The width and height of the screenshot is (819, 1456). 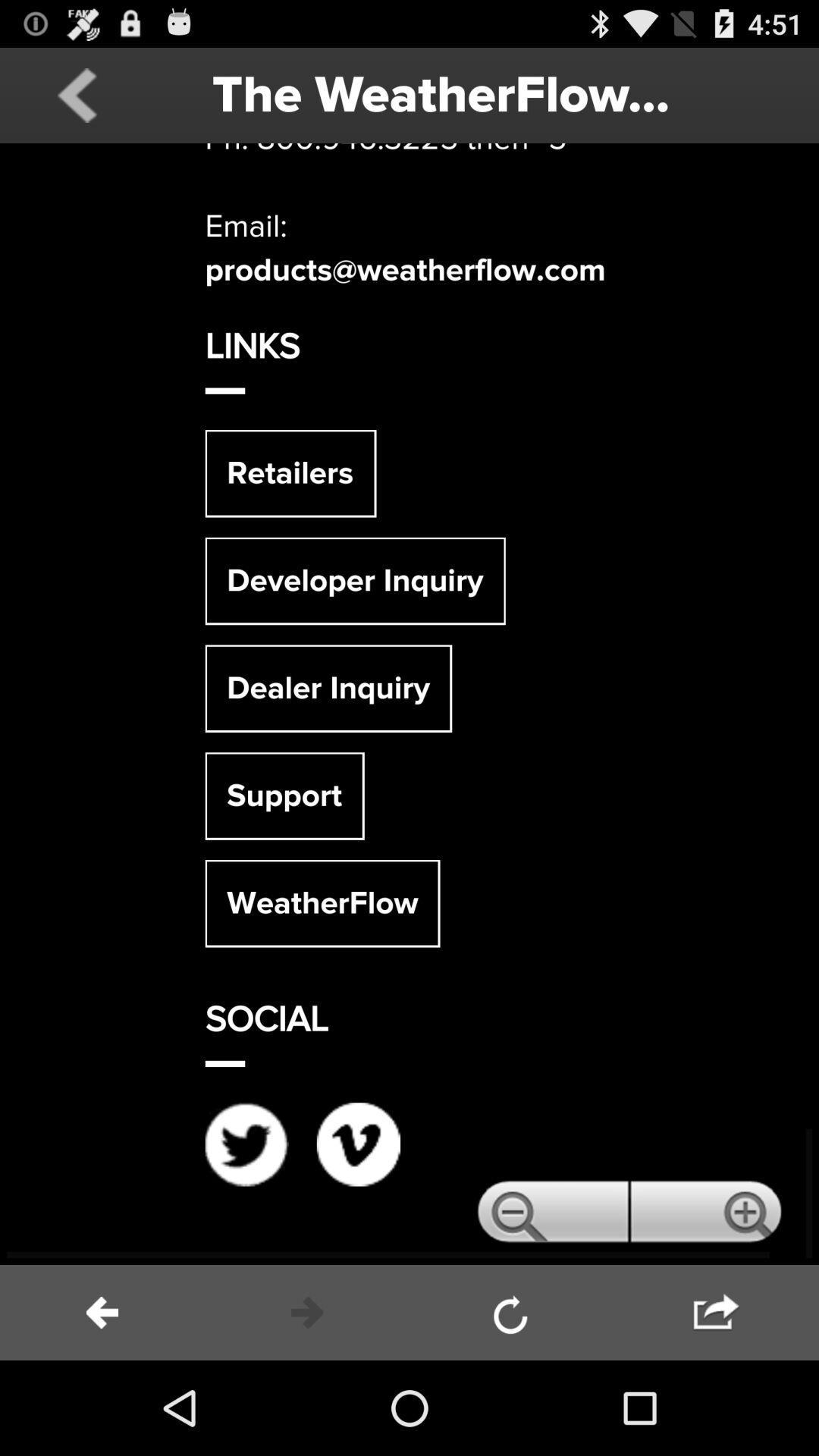 What do you see at coordinates (512, 1312) in the screenshot?
I see `refresh` at bounding box center [512, 1312].